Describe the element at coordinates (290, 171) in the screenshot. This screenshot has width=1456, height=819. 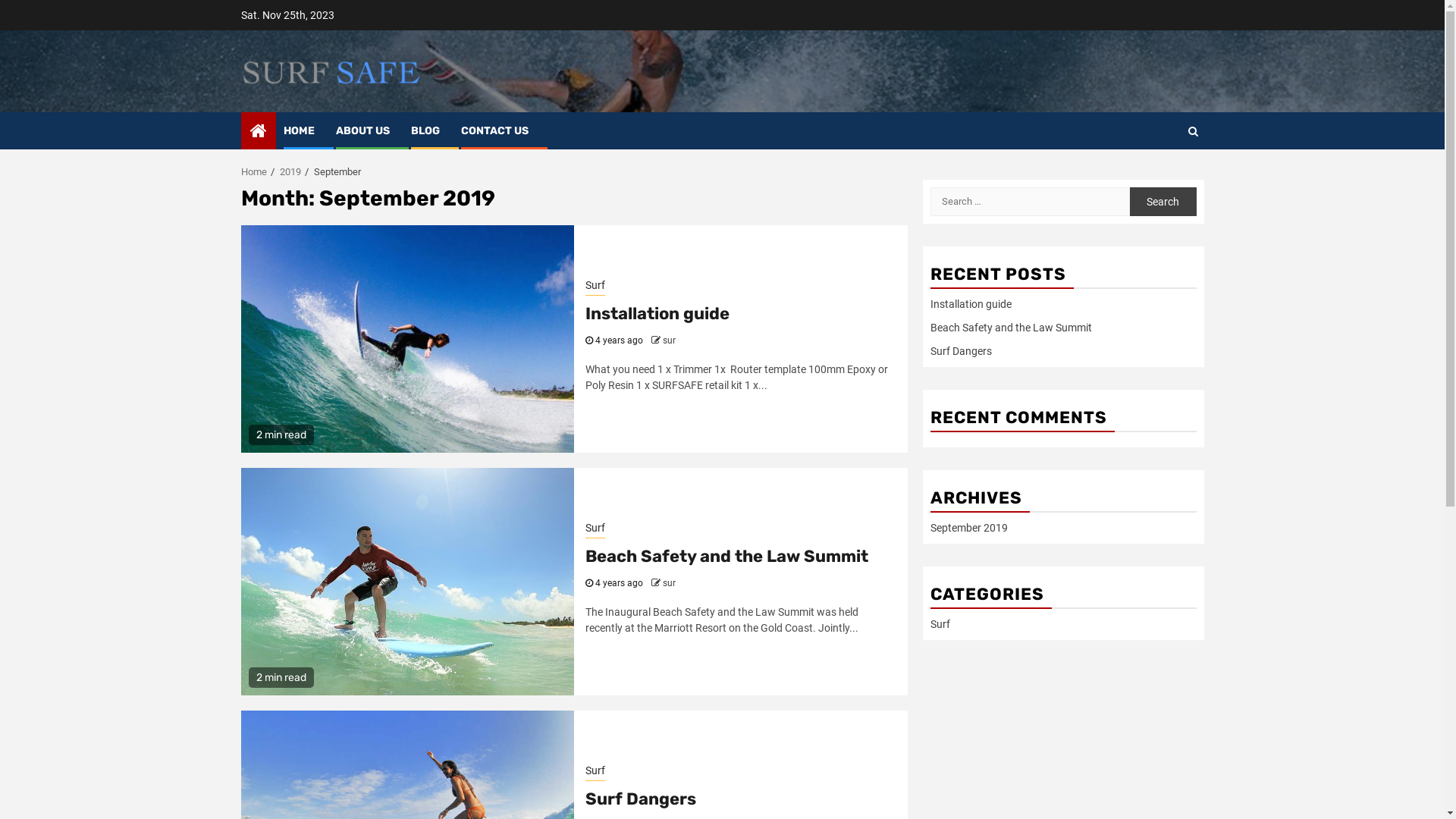
I see `'2019'` at that location.